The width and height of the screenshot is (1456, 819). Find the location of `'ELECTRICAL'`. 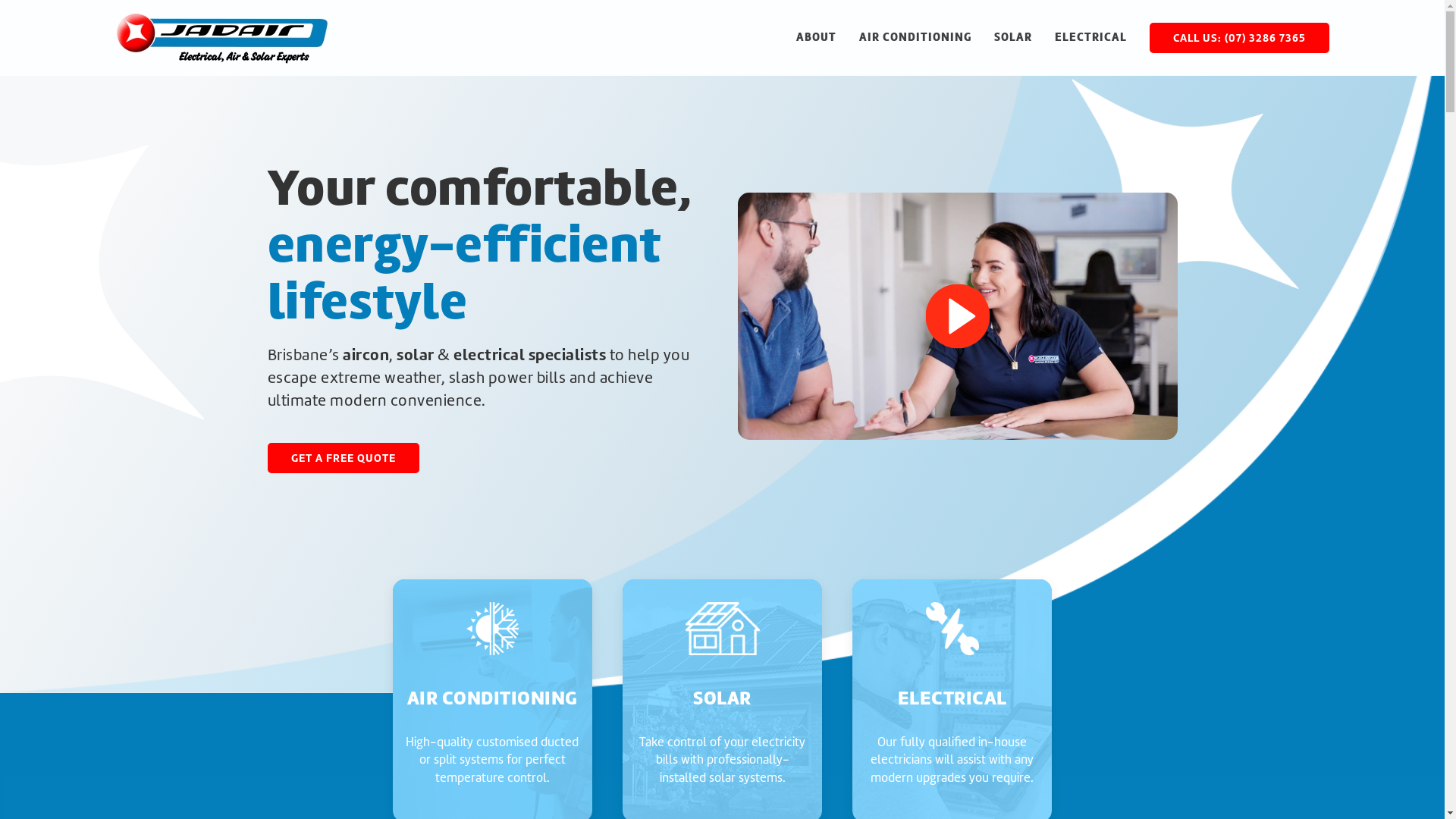

'ELECTRICAL' is located at coordinates (1089, 37).